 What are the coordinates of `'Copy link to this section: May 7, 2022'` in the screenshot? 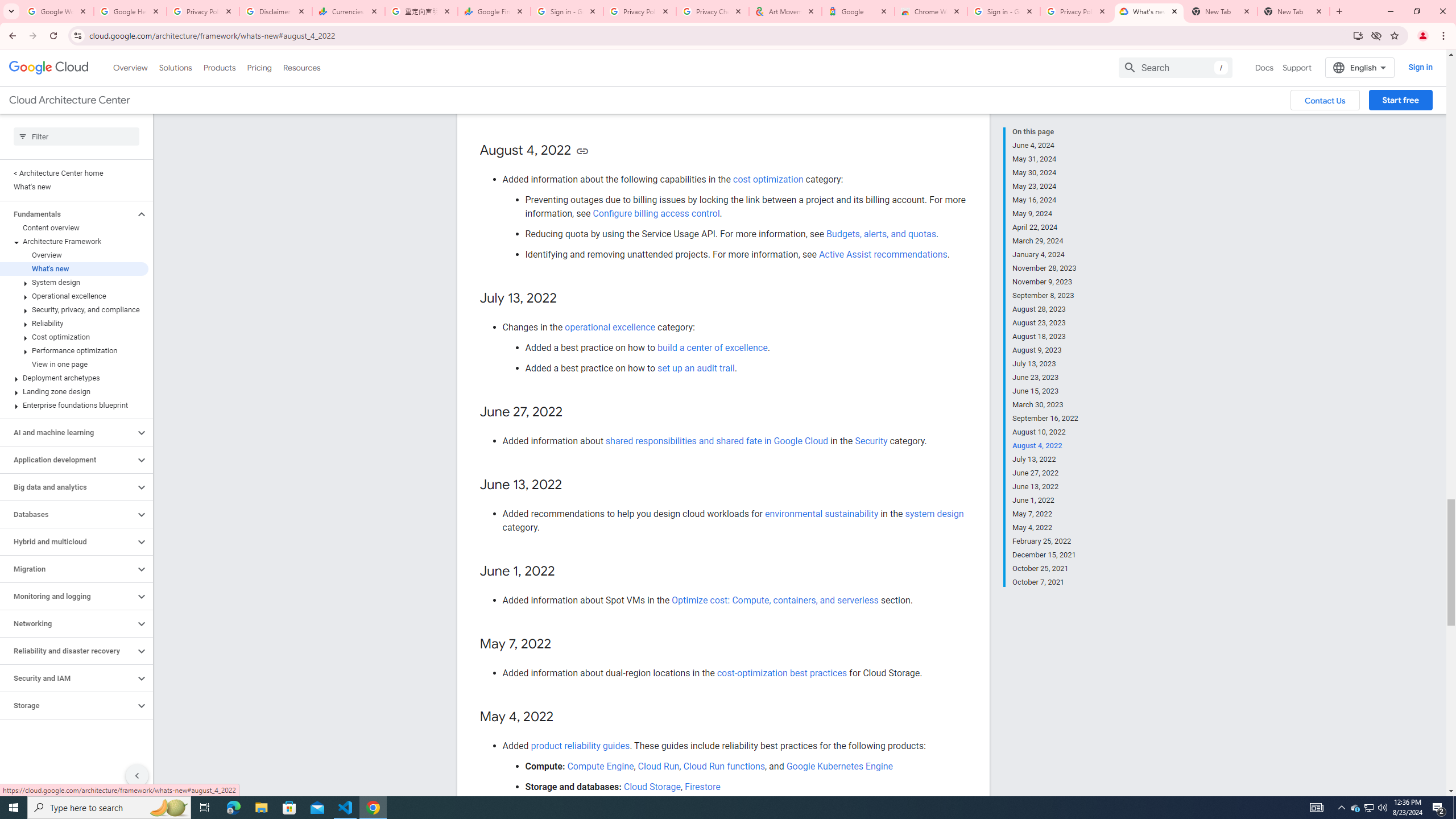 It's located at (563, 644).